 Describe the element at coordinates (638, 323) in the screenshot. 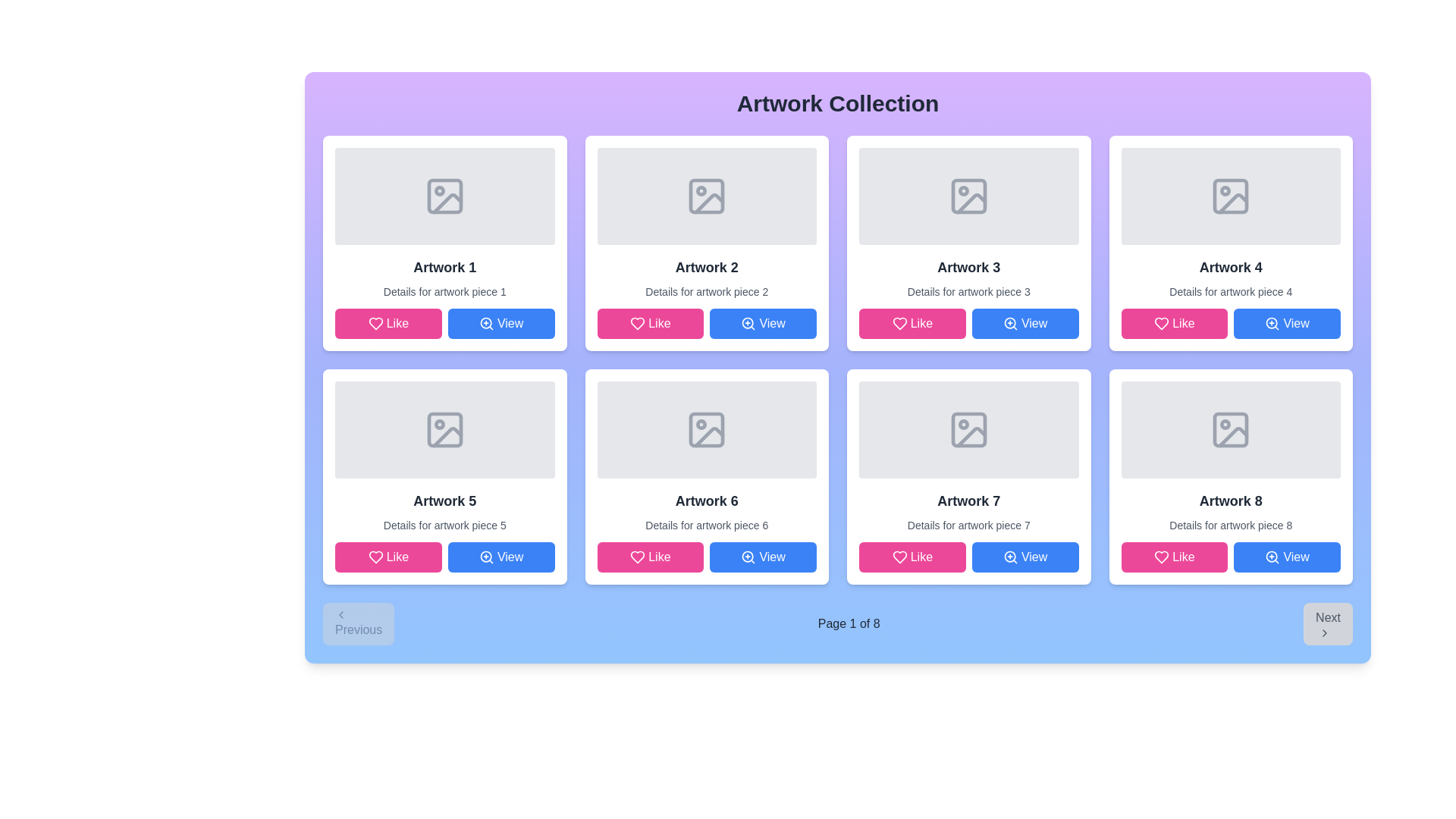

I see `the heart icon on the pink rectangular 'Like' button located in the lower region of the card for 'Artwork 2'` at that location.